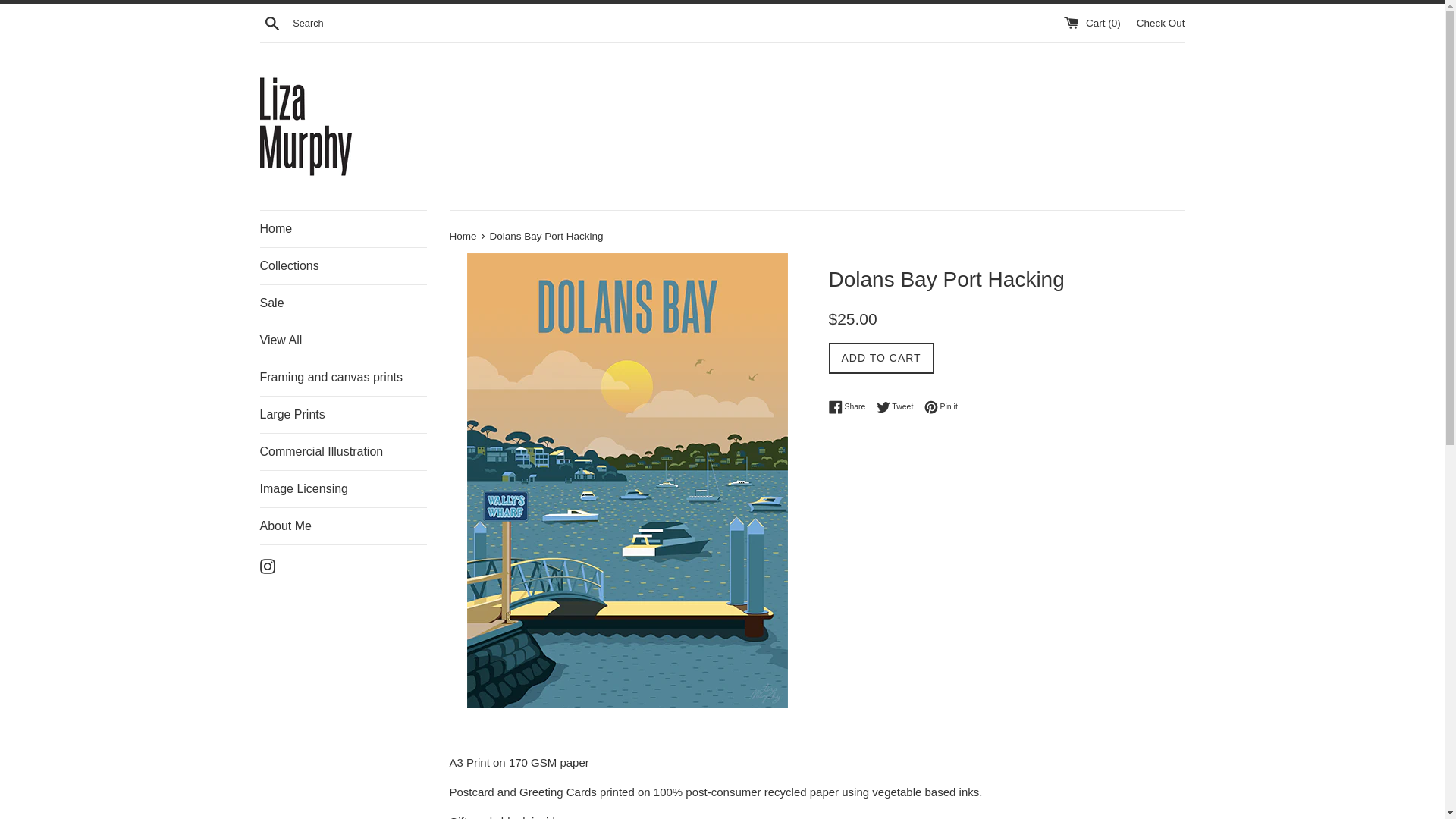  Describe the element at coordinates (899, 406) in the screenshot. I see `'Tweet` at that location.